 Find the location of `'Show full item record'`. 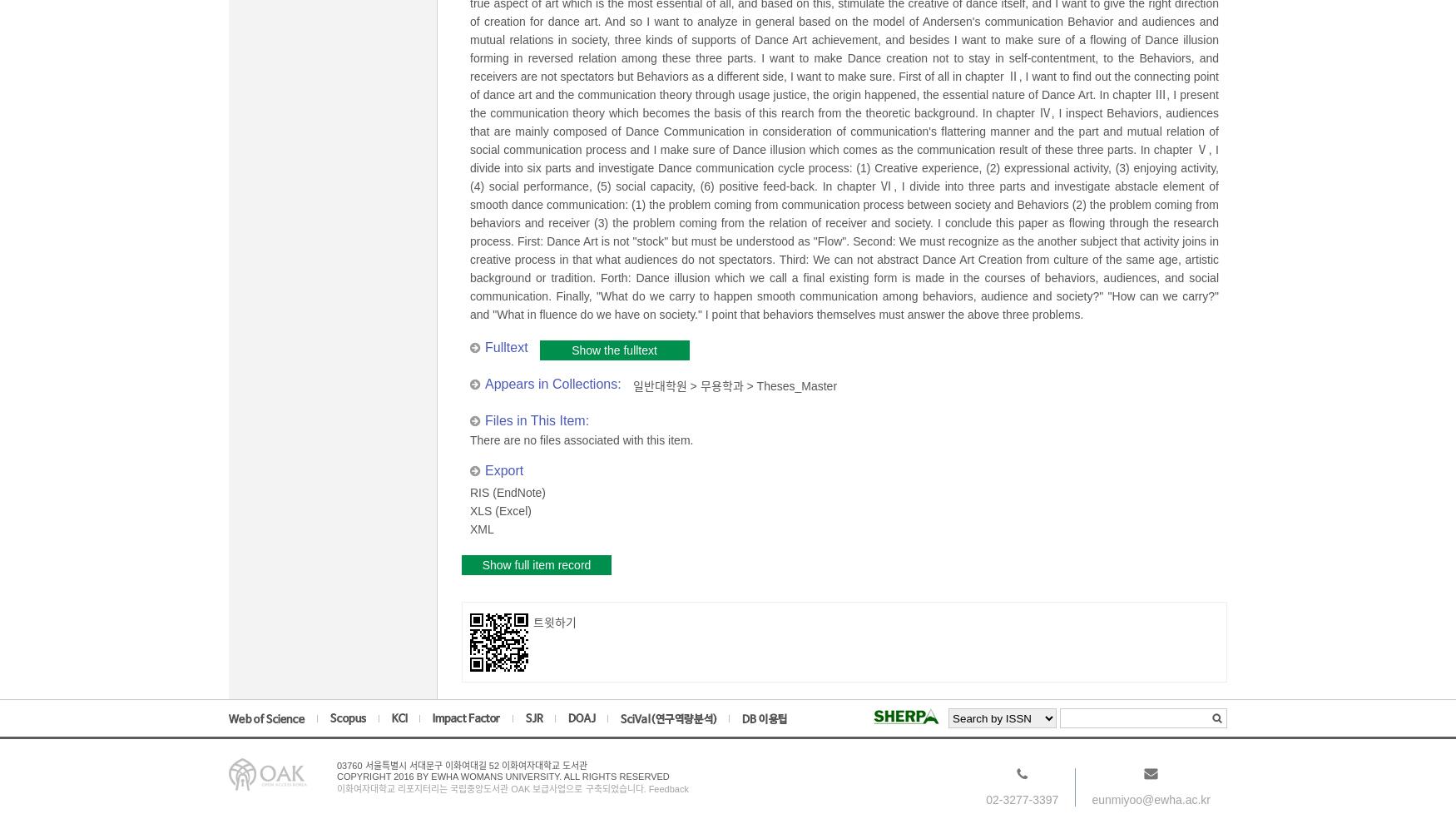

'Show full item record' is located at coordinates (535, 564).